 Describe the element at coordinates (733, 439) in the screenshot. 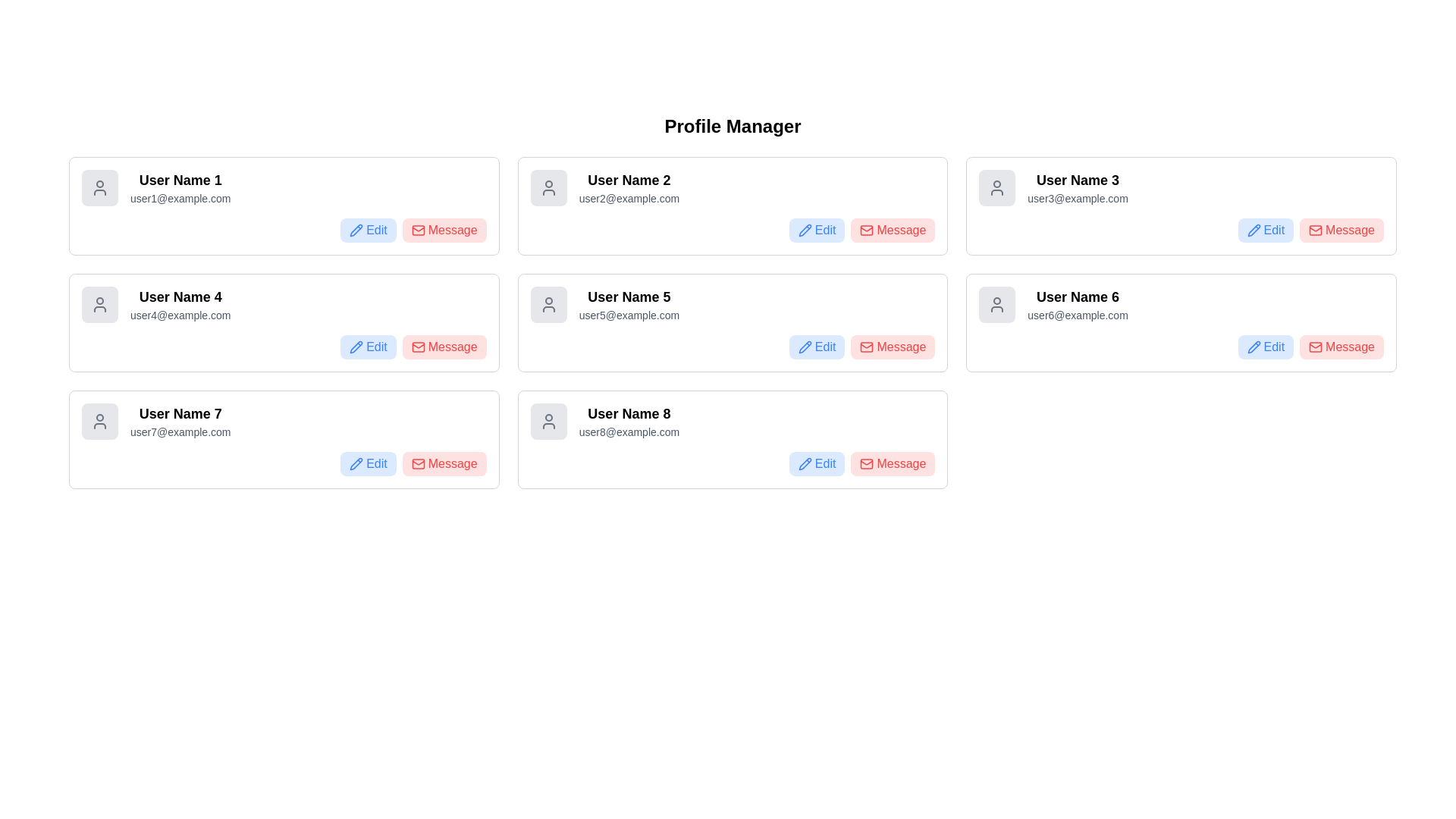

I see `the 'Message' button on the card labeled 'User Name 8' which is located in the bottom-right corner of the grid layout` at that location.